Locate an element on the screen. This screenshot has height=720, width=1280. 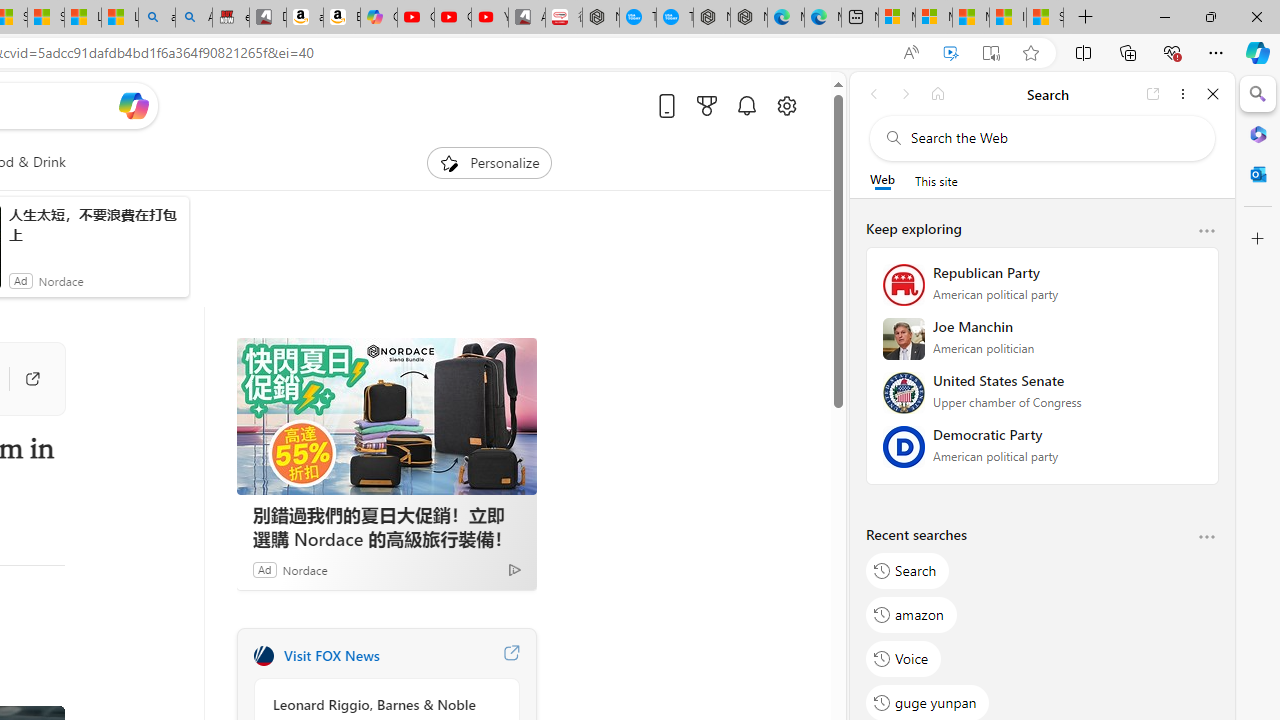
'Open link in new tab' is located at coordinates (1153, 93).